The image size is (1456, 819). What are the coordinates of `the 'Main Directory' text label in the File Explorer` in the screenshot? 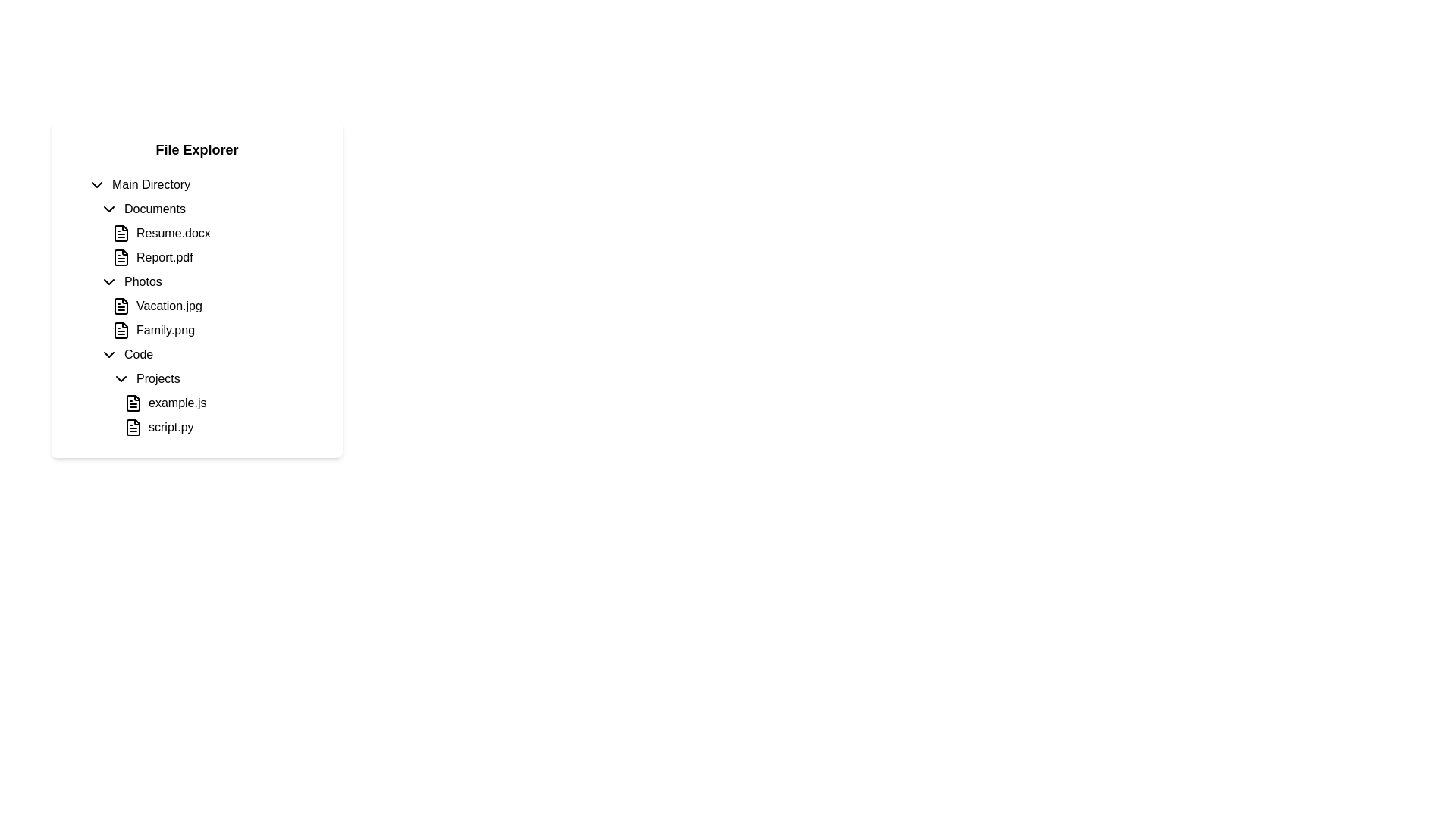 It's located at (151, 184).